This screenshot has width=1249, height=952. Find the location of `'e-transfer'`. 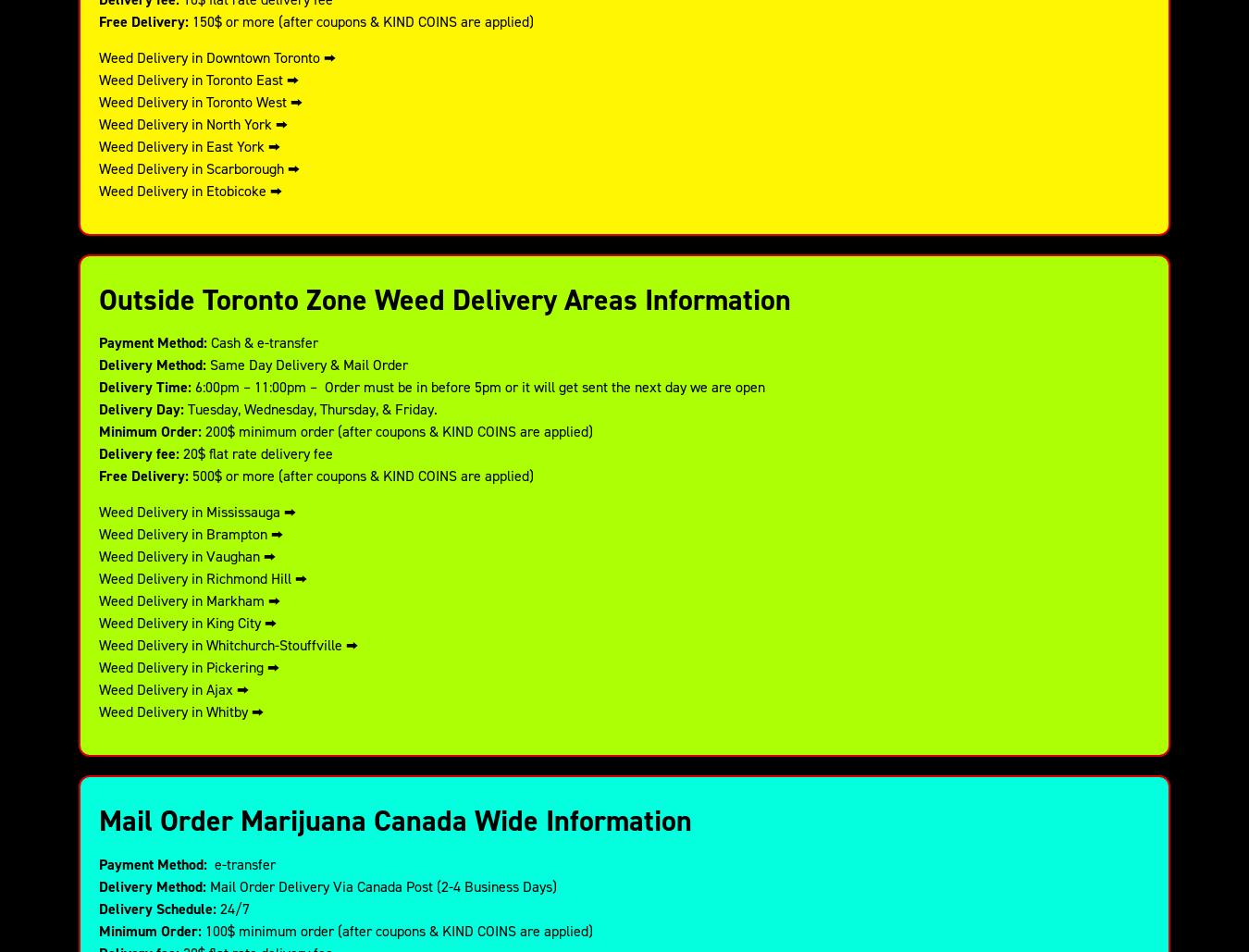

'e-transfer' is located at coordinates (240, 863).